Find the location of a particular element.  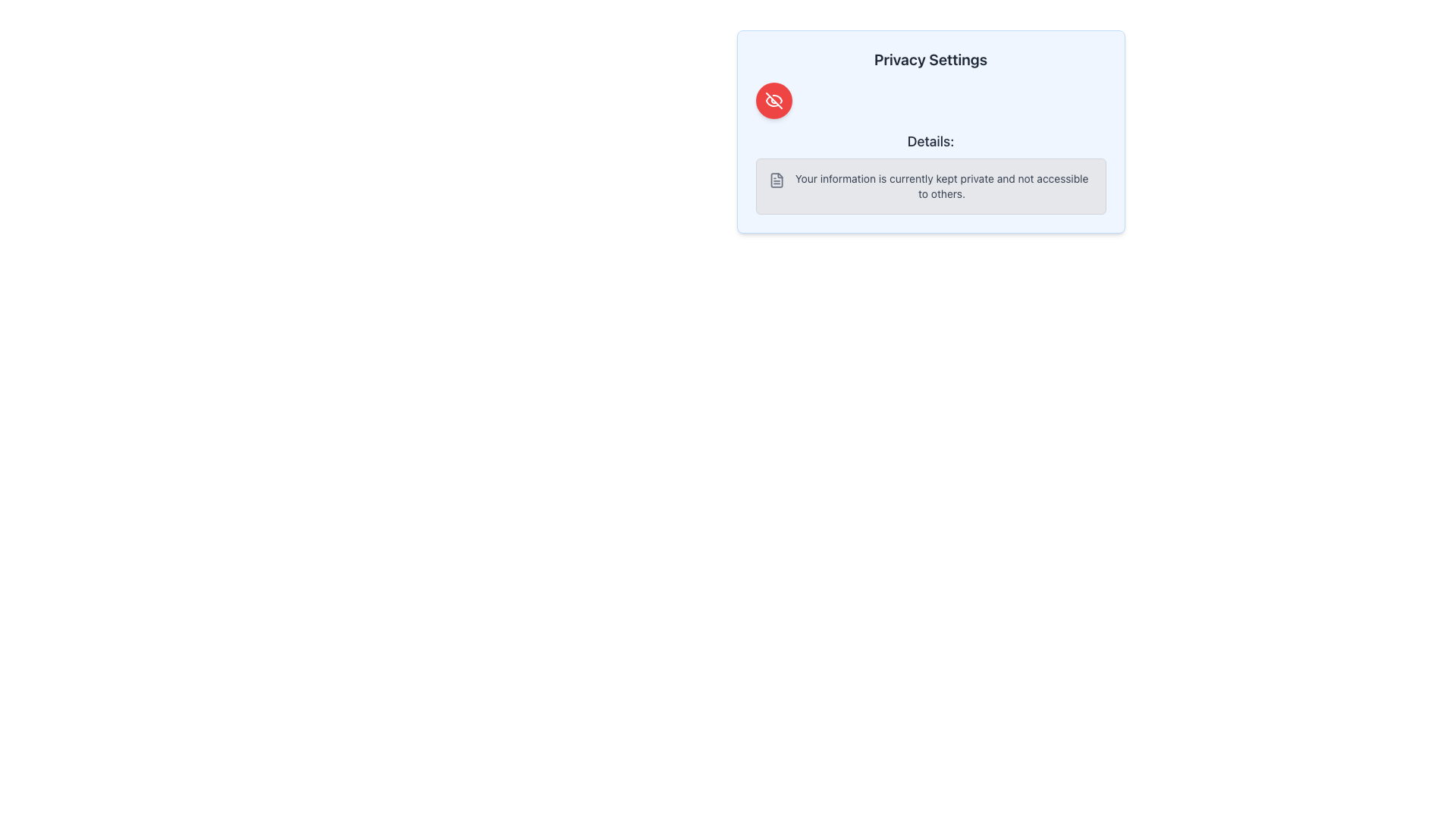

the SVG graphic icon representing document or file-related functionality located in the 'Details' section of the interface by moving the mouse pointer to its center is located at coordinates (777, 180).